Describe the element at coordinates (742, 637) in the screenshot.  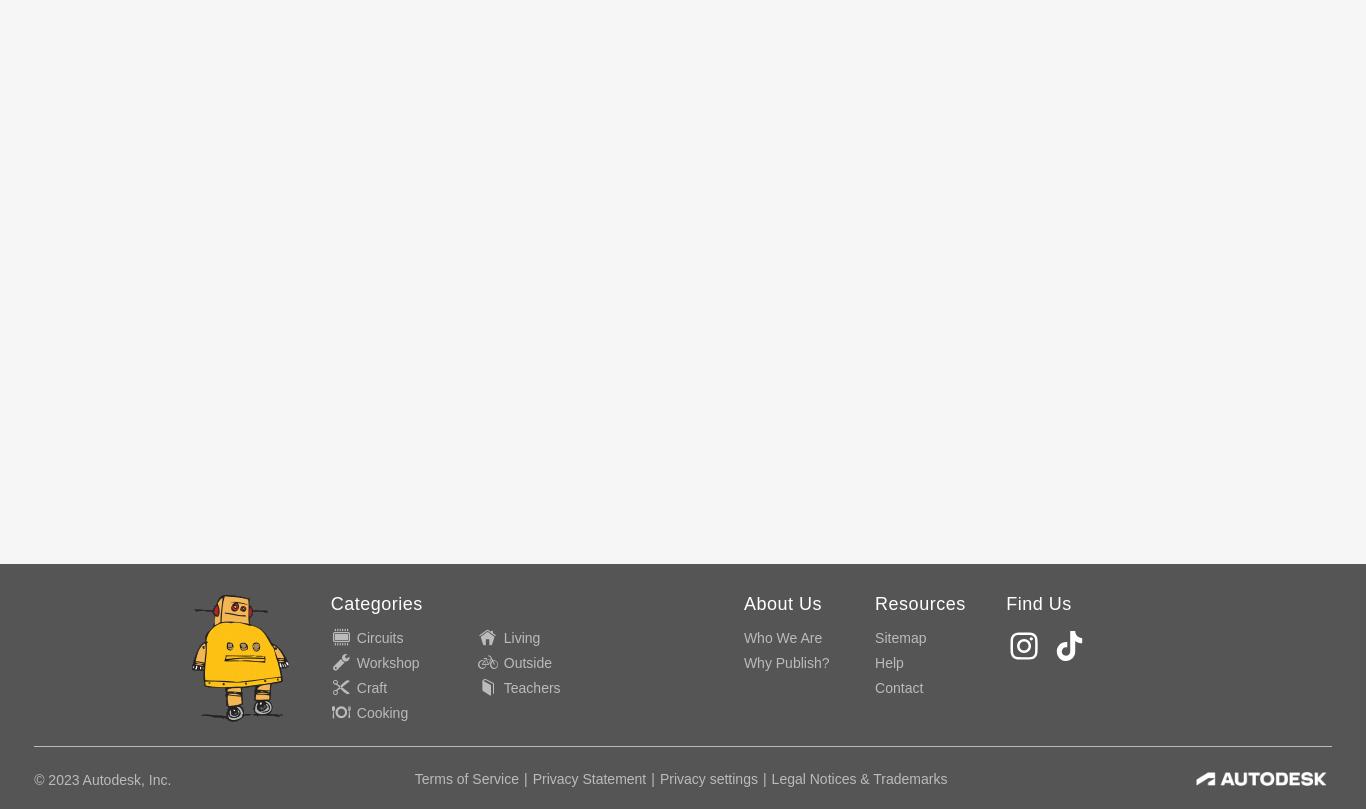
I see `'Who We Are'` at that location.